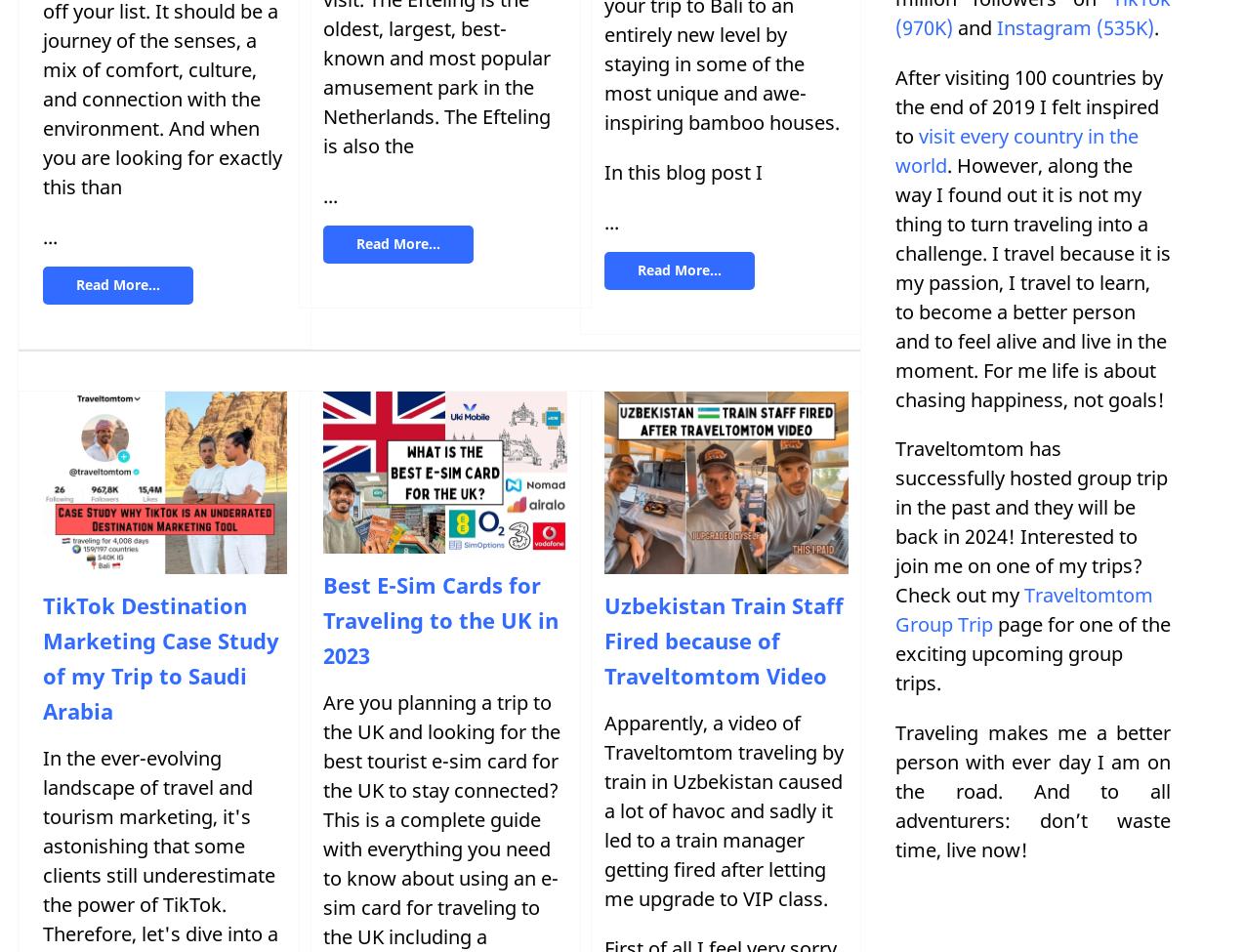 This screenshot has width=1244, height=952. Describe the element at coordinates (1156, 26) in the screenshot. I see `'.'` at that location.